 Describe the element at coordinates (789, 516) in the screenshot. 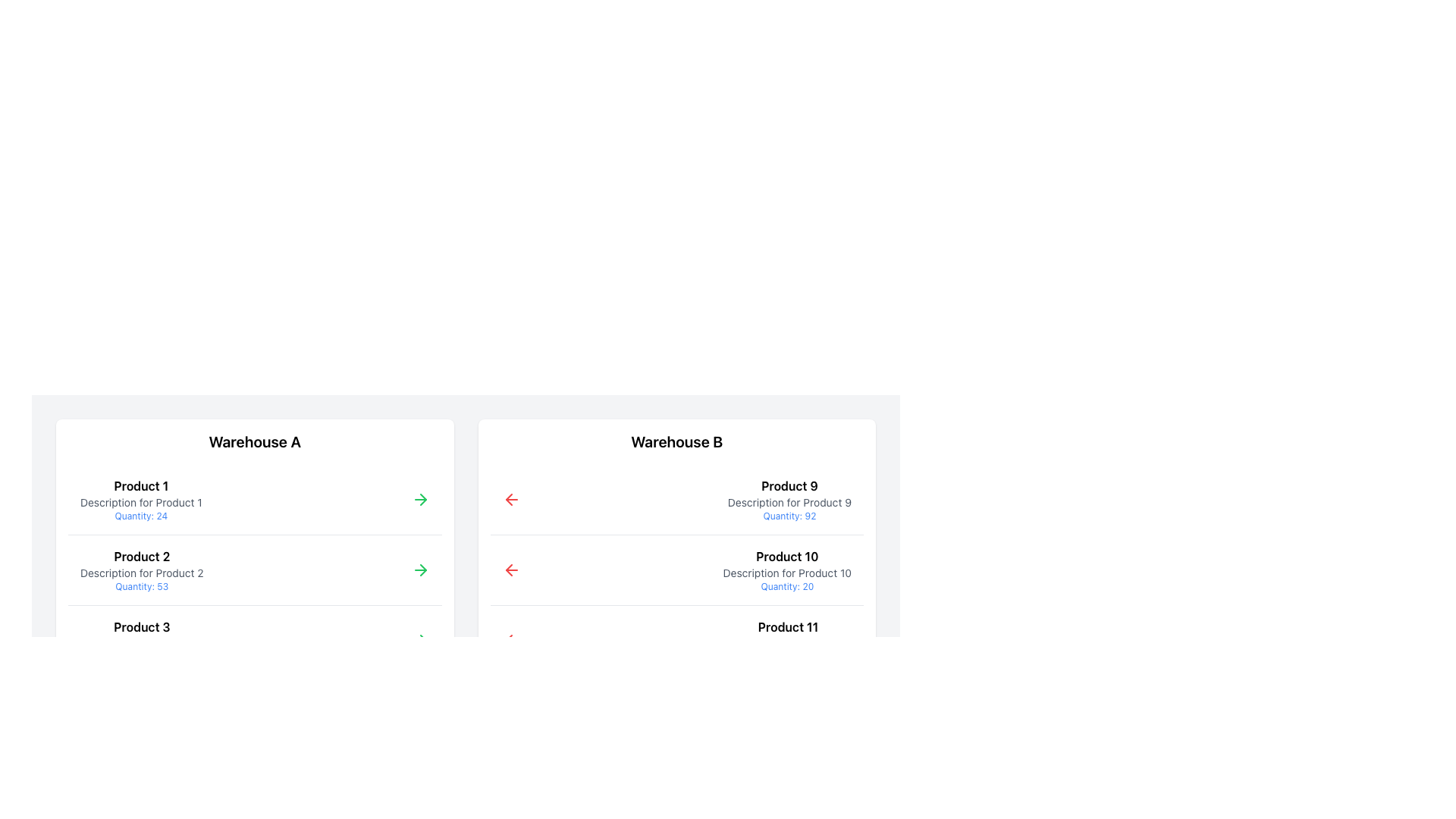

I see `the text label indicating the quantity of product '92' located in the third row of the 'Warehouse B' section, directly below the description for 'Product 9'` at that location.